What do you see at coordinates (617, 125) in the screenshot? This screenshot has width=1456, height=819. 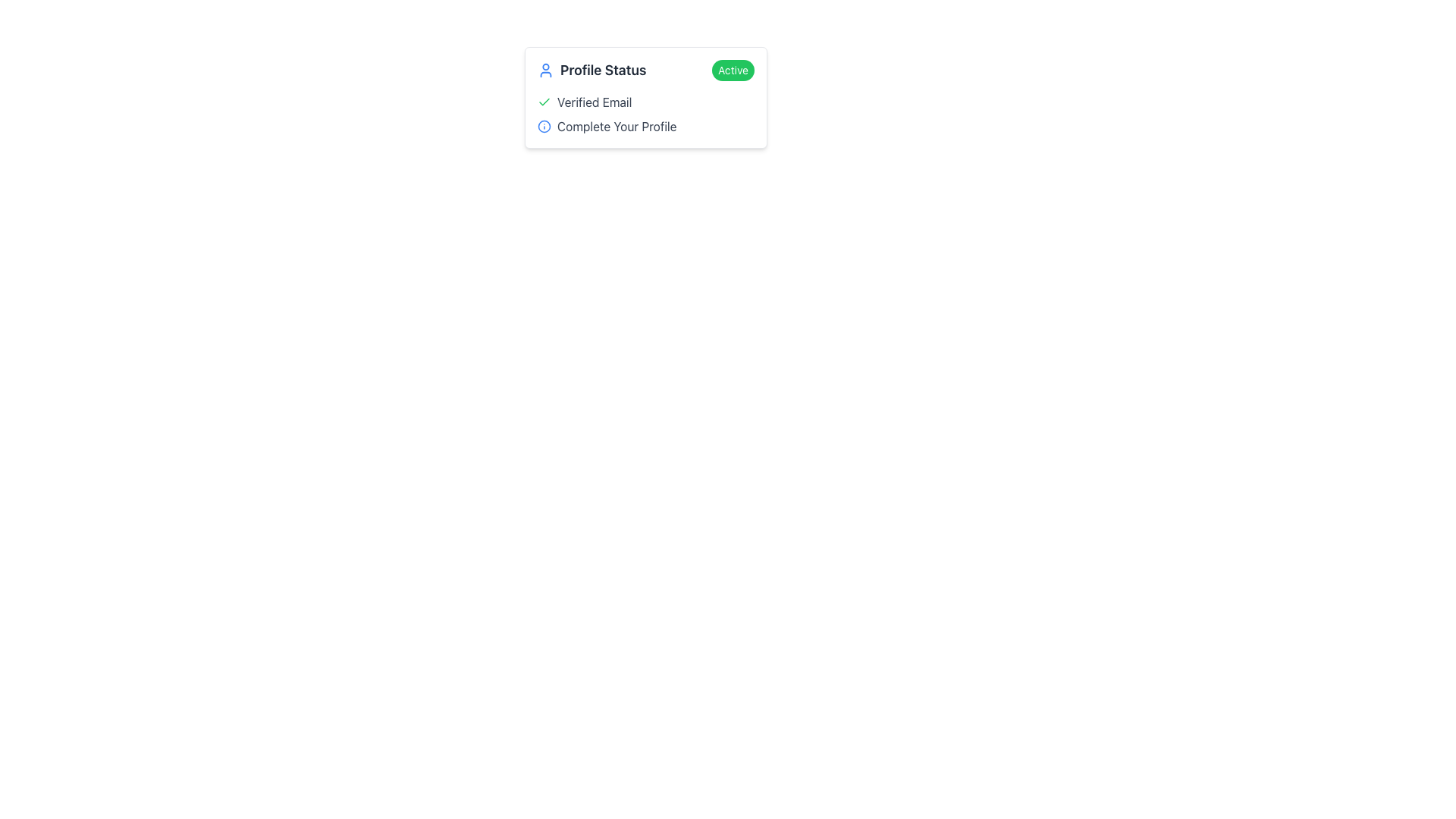 I see `the text label indicating an incomplete profile status, located to the right of the blue information icon in the 'Profile Status' card` at bounding box center [617, 125].